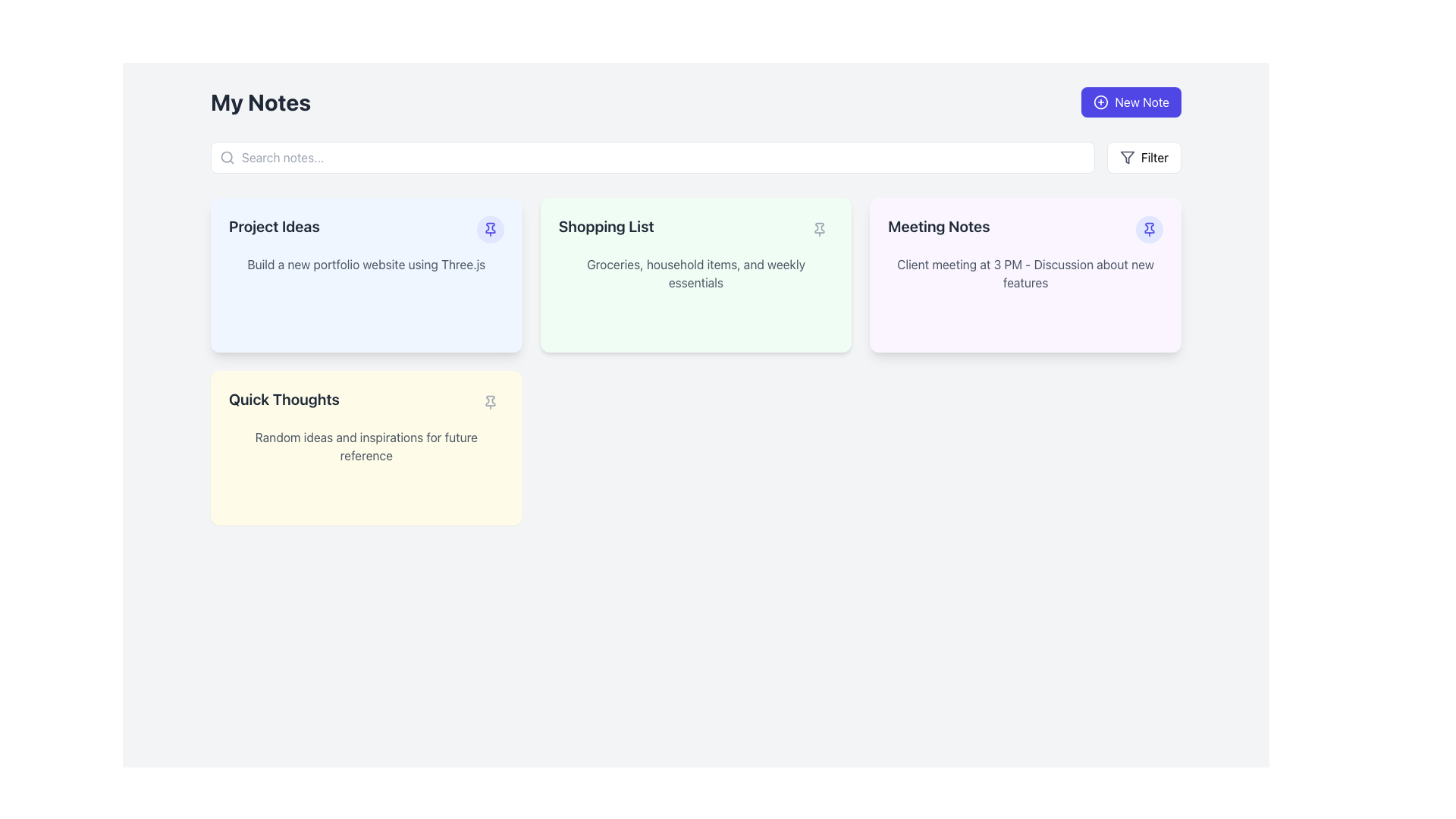 This screenshot has width=1456, height=819. What do you see at coordinates (1150, 227) in the screenshot?
I see `the pin icon located within the circular button in the top-right corner of the 'Meeting Notes' card` at bounding box center [1150, 227].